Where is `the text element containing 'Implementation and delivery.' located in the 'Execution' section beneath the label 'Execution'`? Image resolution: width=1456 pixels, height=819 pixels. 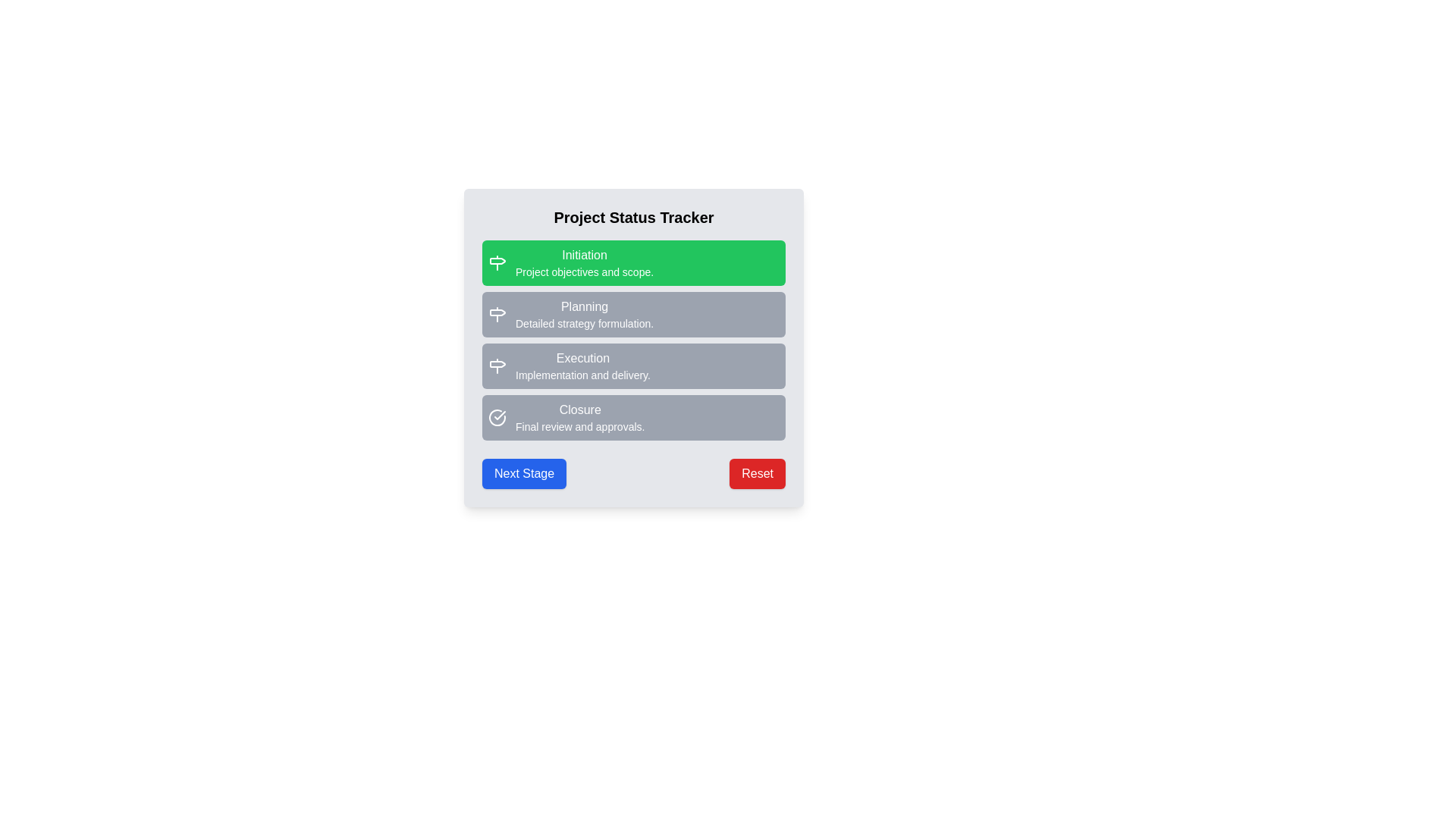
the text element containing 'Implementation and delivery.' located in the 'Execution' section beneath the label 'Execution' is located at coordinates (582, 375).